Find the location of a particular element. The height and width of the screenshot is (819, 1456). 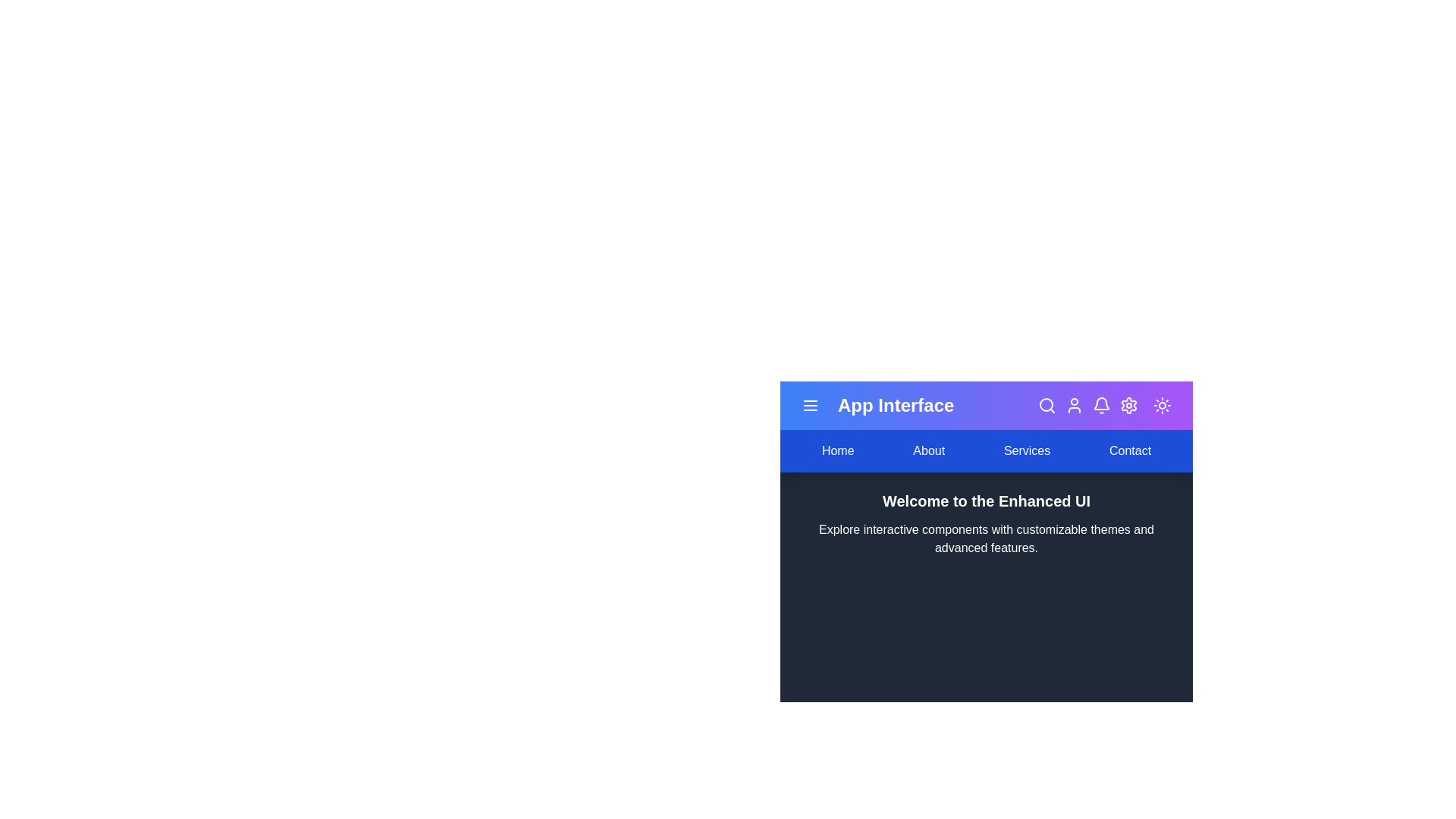

the navigation link labeled About is located at coordinates (927, 450).